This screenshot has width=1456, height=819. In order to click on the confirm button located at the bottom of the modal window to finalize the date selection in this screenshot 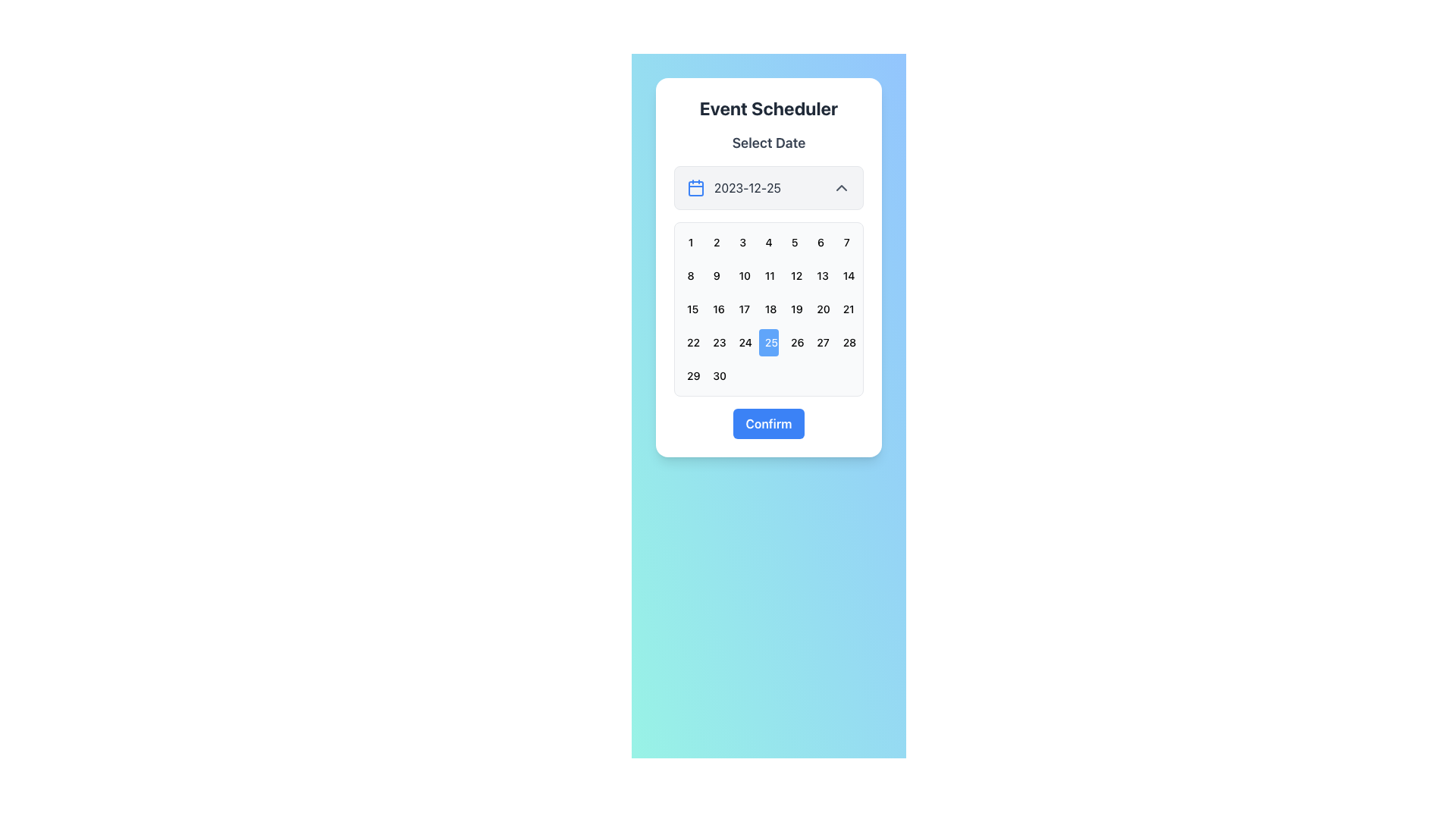, I will do `click(768, 424)`.